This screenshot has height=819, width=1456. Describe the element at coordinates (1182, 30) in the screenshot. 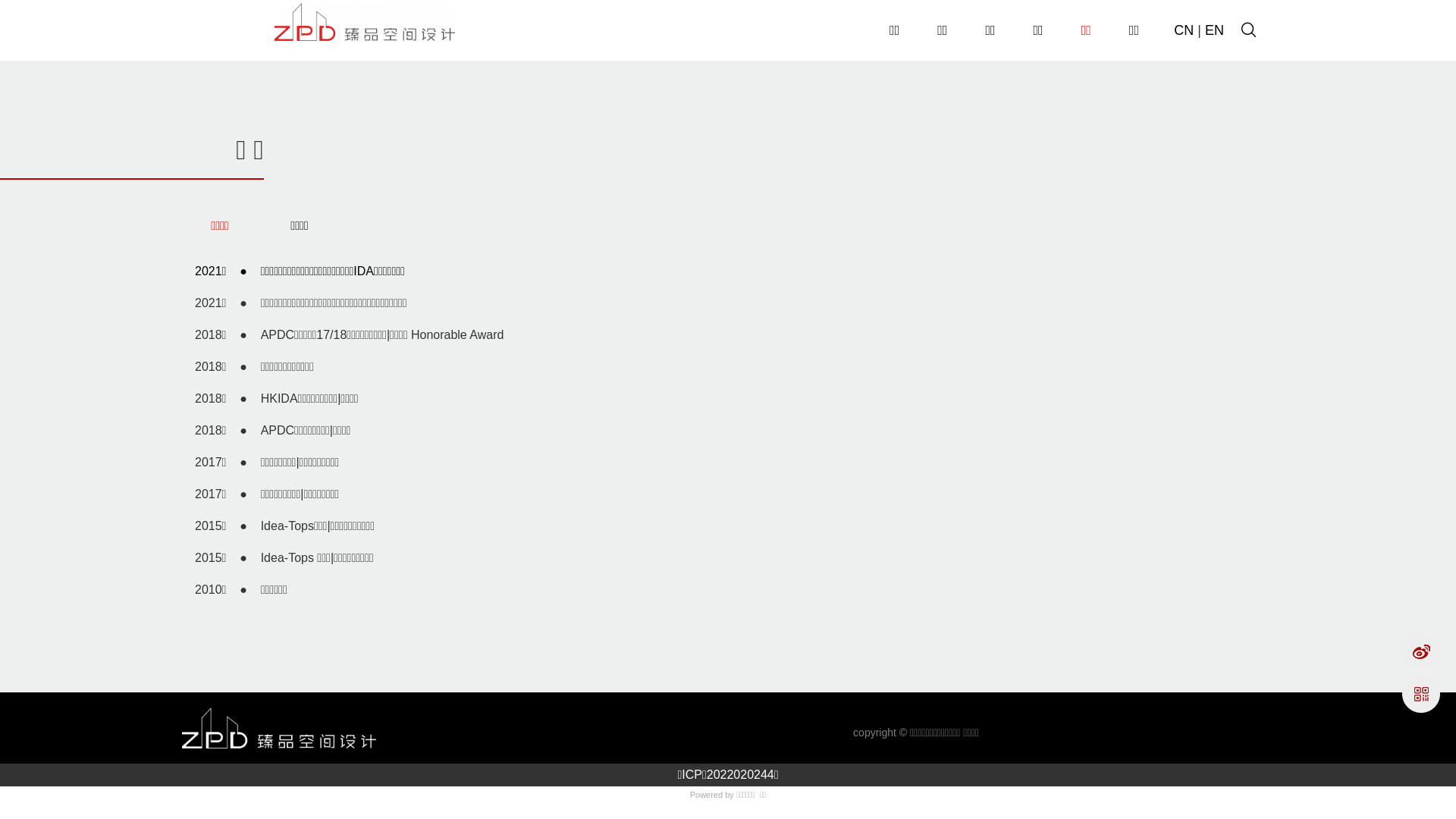

I see `'CN'` at that location.